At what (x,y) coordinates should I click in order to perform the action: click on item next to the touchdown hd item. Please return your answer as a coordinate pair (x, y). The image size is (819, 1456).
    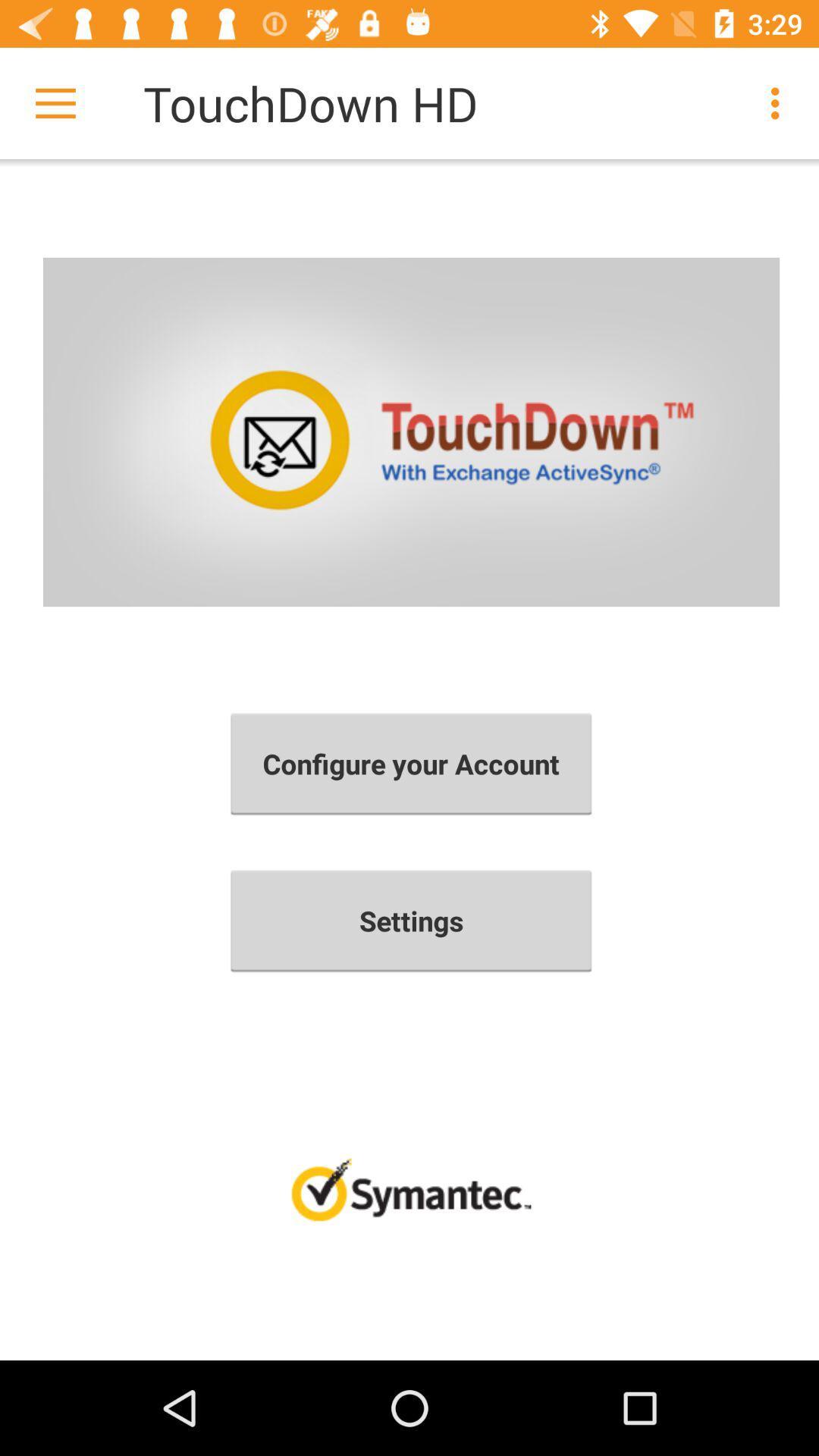
    Looking at the image, I should click on (55, 102).